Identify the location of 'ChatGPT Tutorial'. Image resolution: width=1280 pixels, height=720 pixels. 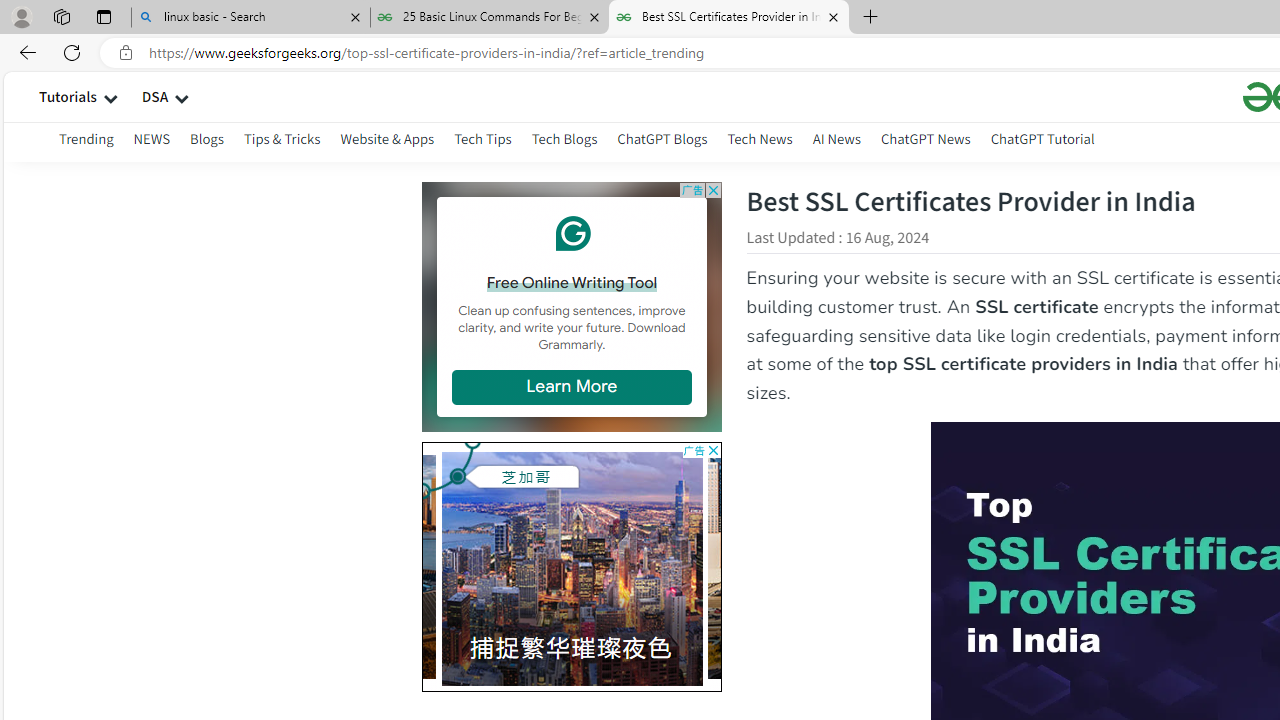
(1041, 141).